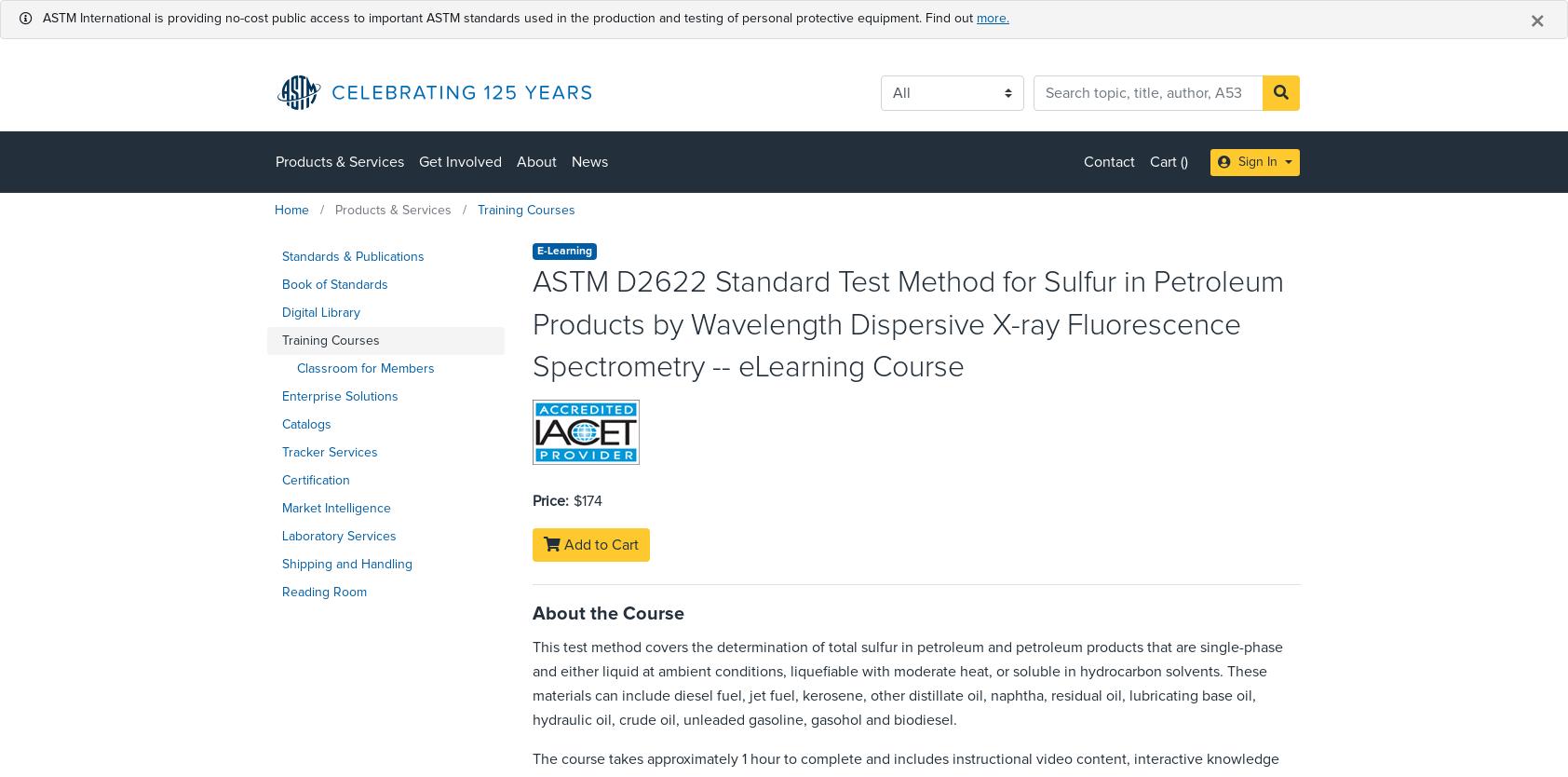  I want to click on 'Shipping and Handling', so click(347, 564).